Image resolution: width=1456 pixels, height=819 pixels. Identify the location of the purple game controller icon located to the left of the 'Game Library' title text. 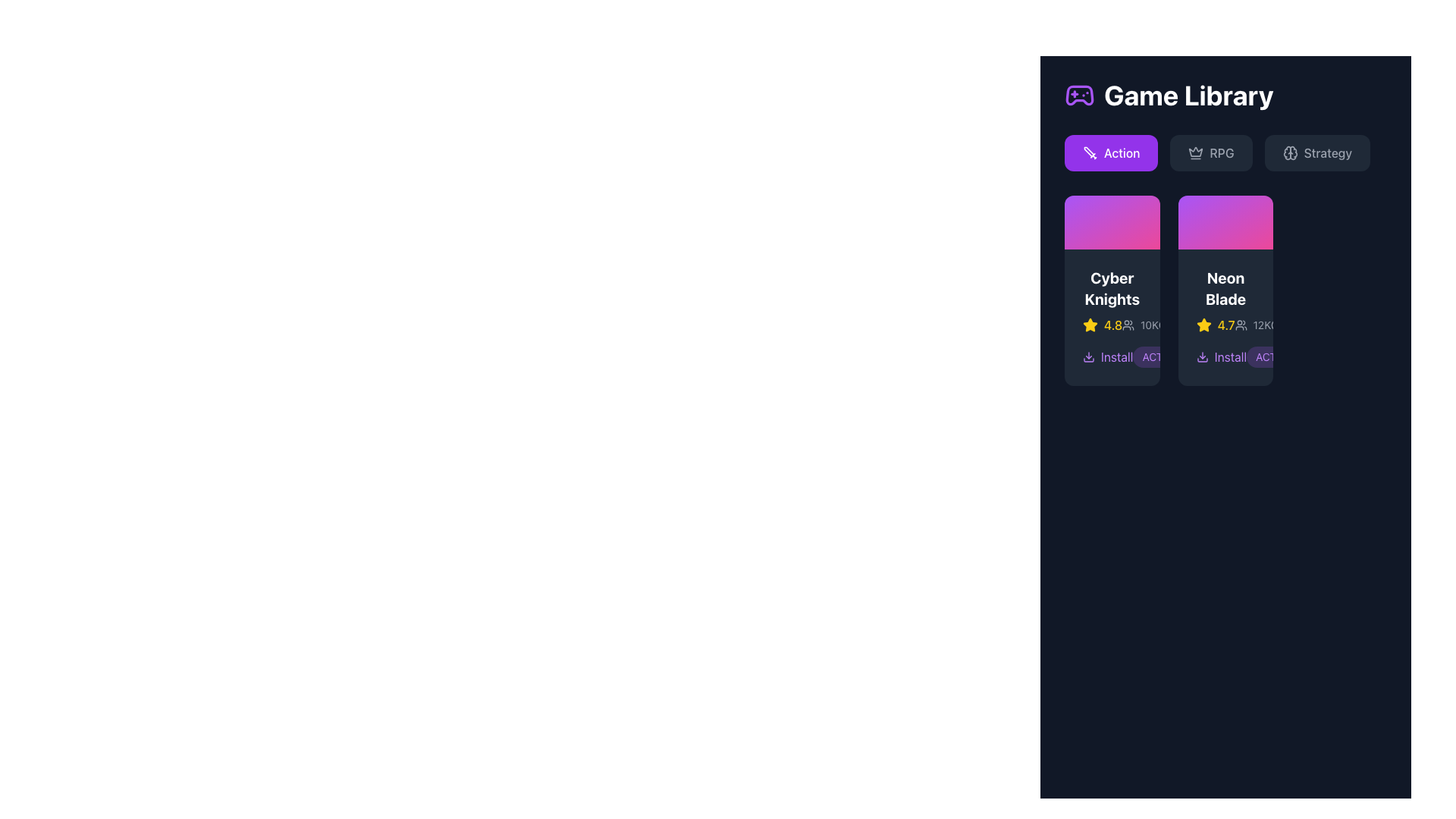
(1079, 96).